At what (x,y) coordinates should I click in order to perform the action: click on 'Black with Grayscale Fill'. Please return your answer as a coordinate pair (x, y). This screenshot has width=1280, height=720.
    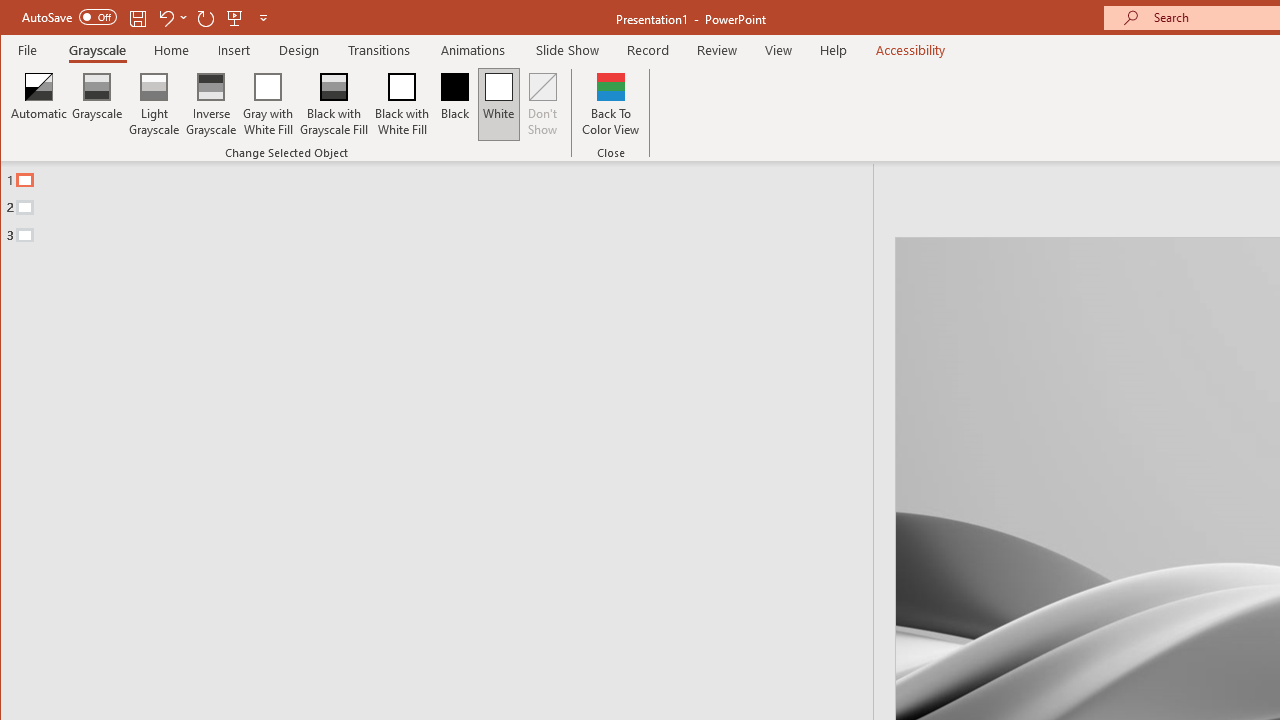
    Looking at the image, I should click on (334, 104).